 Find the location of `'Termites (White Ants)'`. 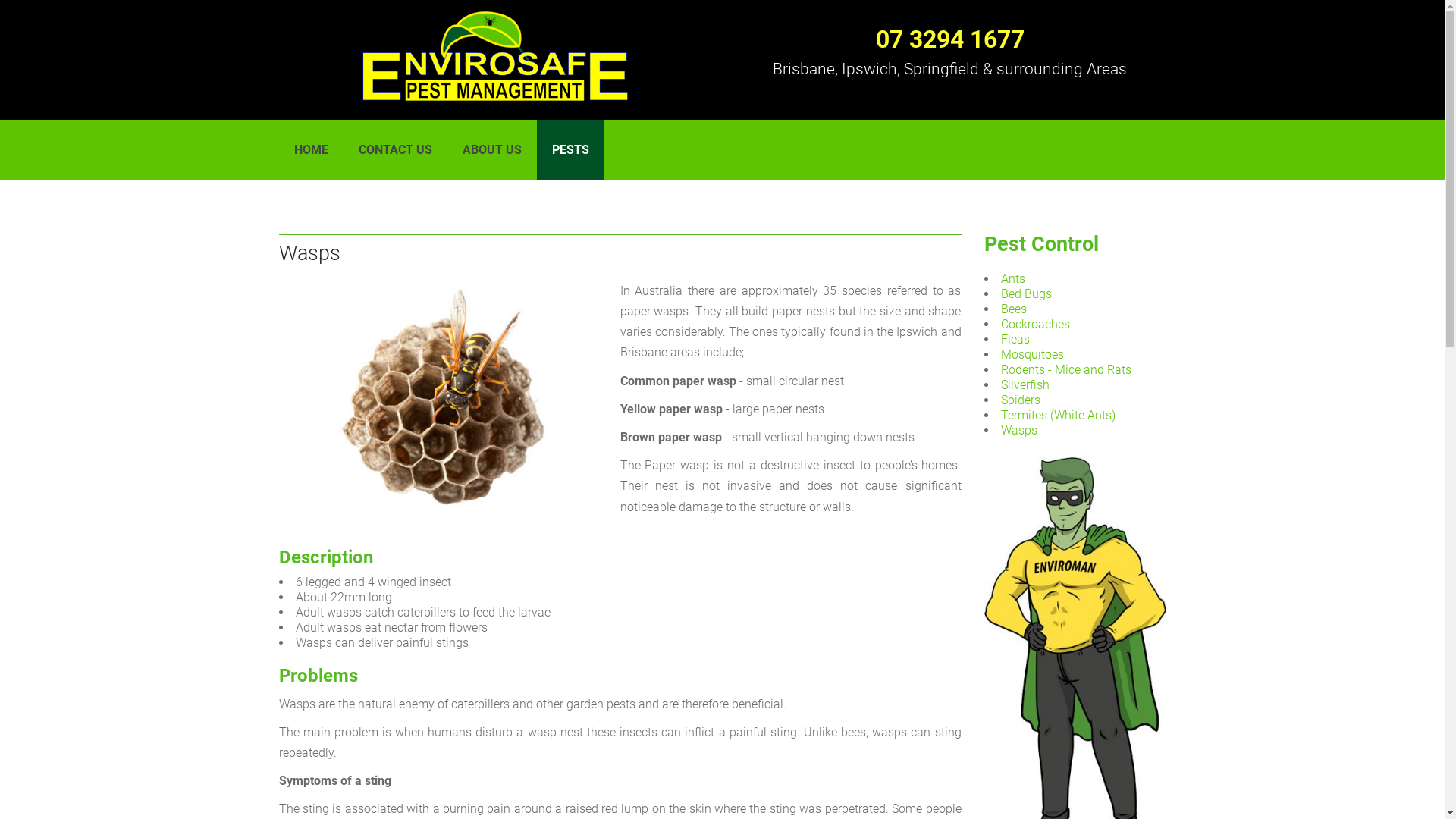

'Termites (White Ants)' is located at coordinates (1057, 415).